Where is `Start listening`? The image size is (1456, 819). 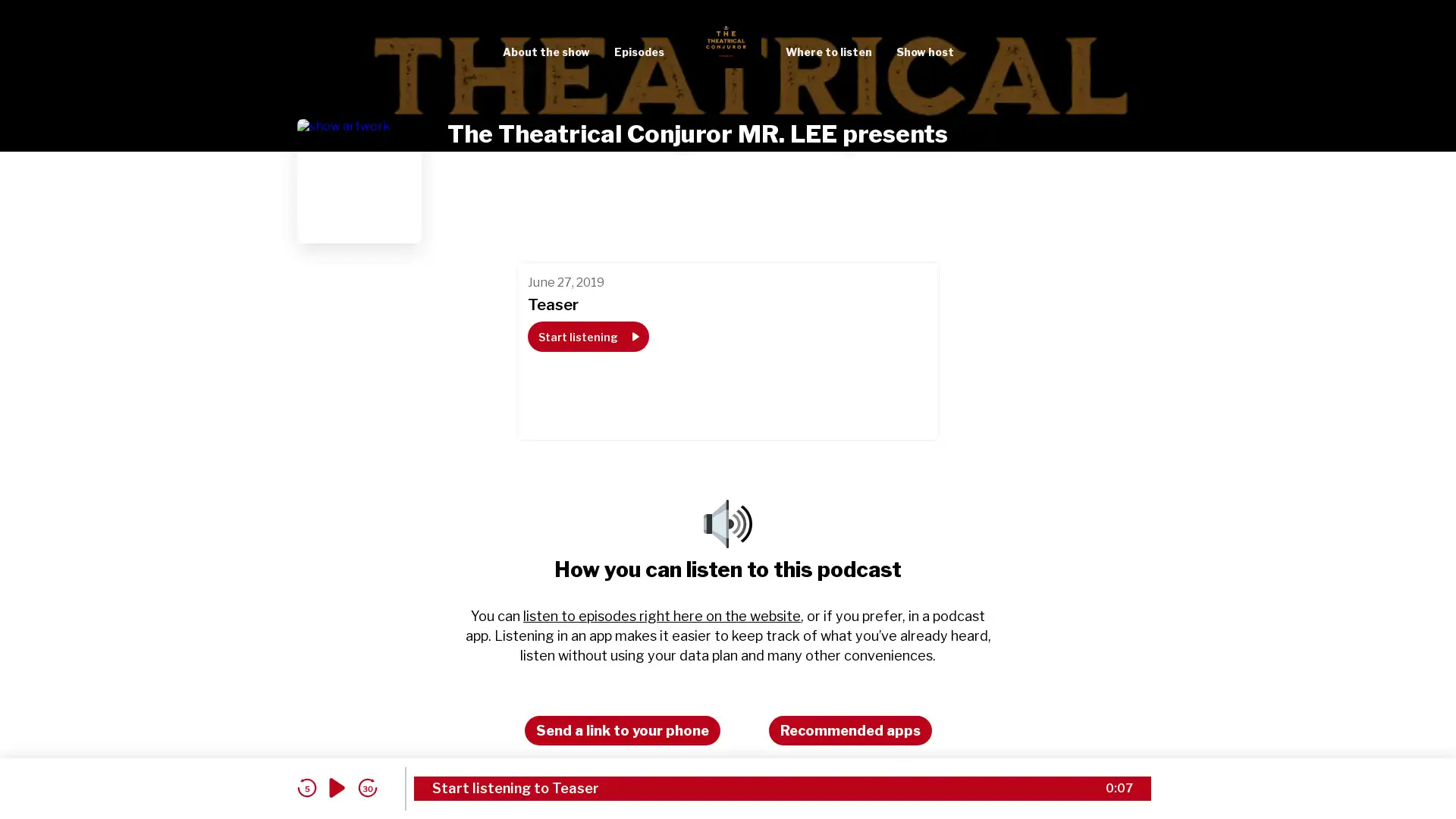 Start listening is located at coordinates (586, 335).